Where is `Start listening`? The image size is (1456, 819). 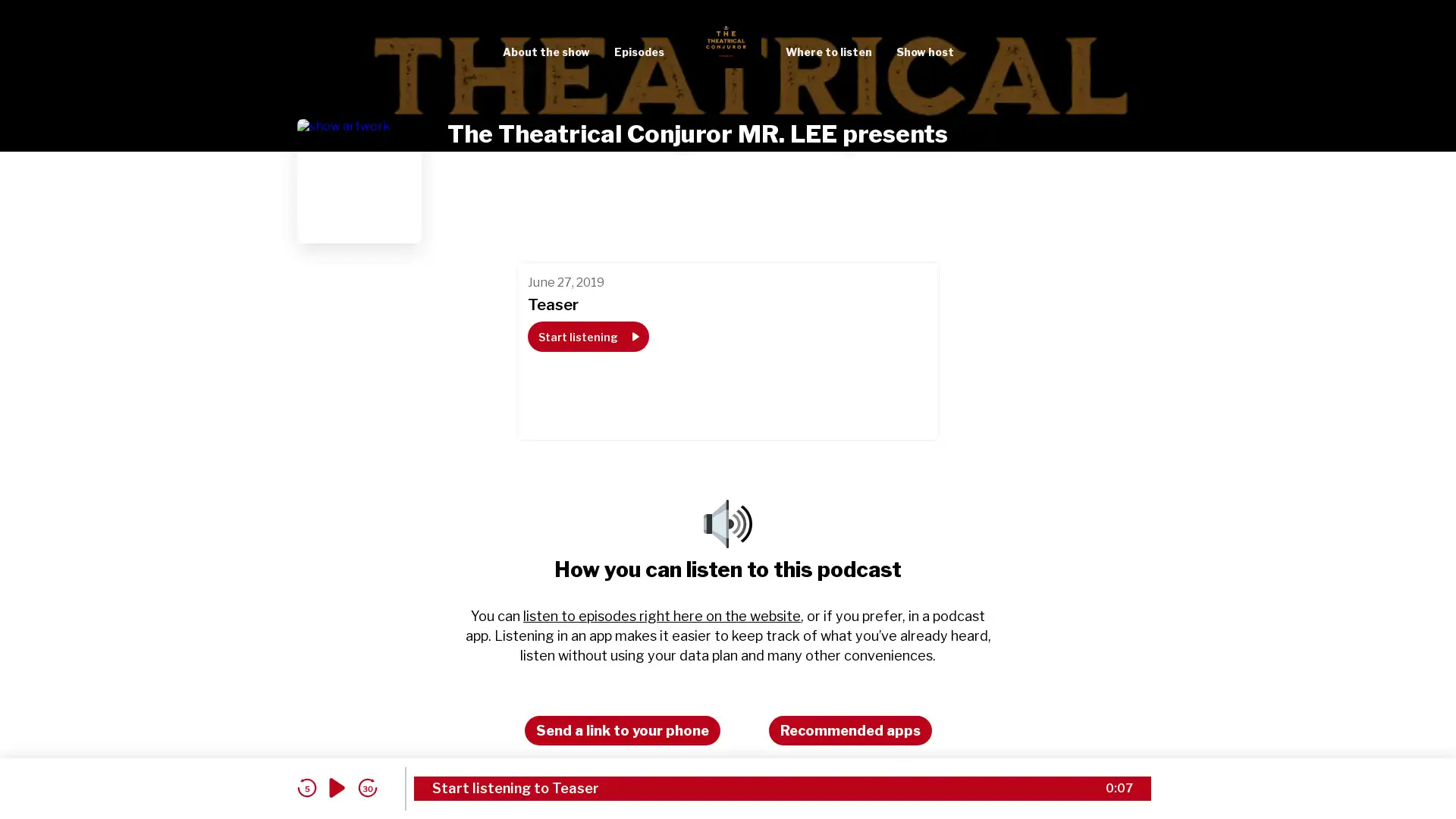 Start listening is located at coordinates (586, 335).